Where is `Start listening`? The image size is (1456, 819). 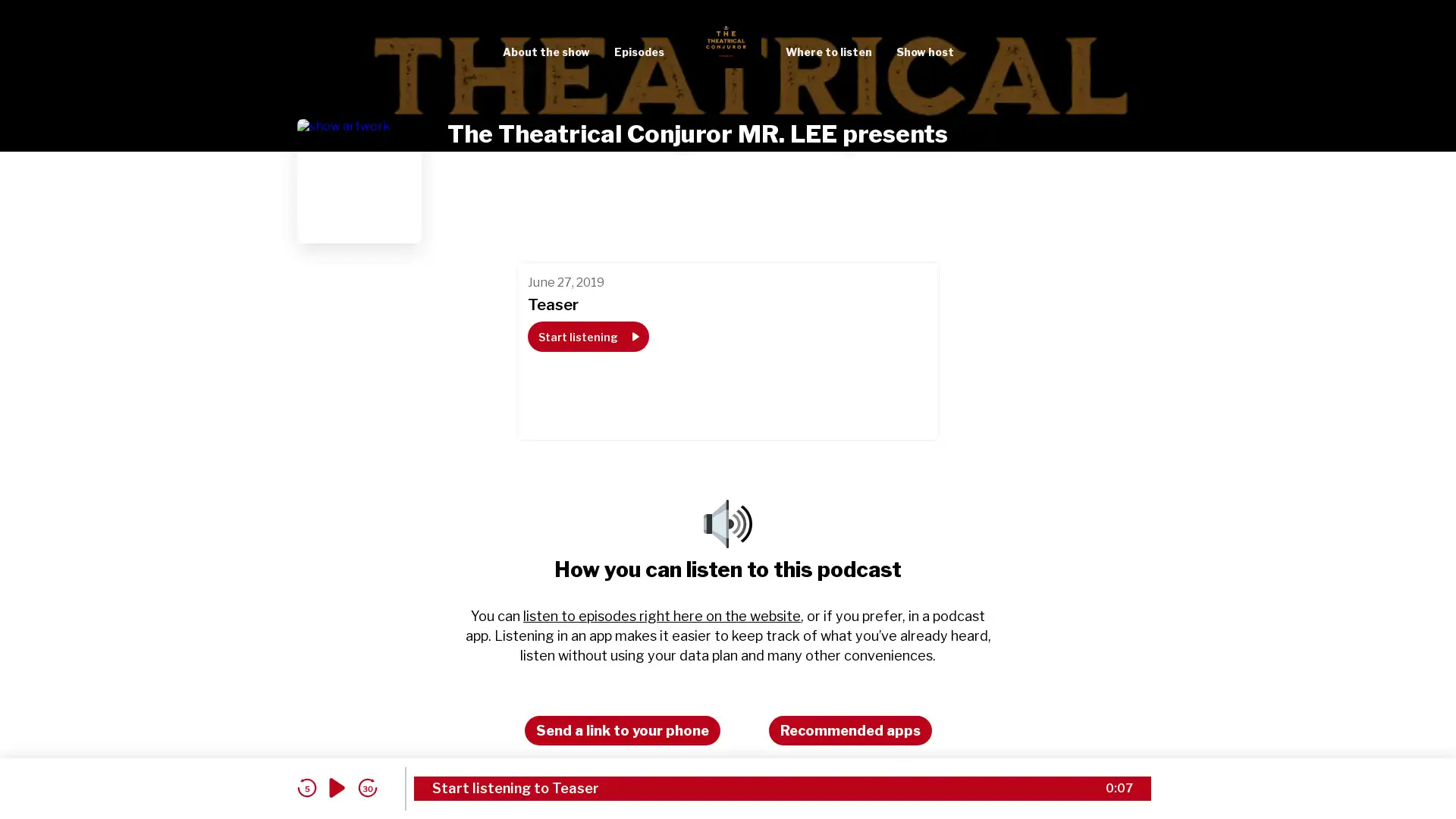 Start listening is located at coordinates (586, 335).